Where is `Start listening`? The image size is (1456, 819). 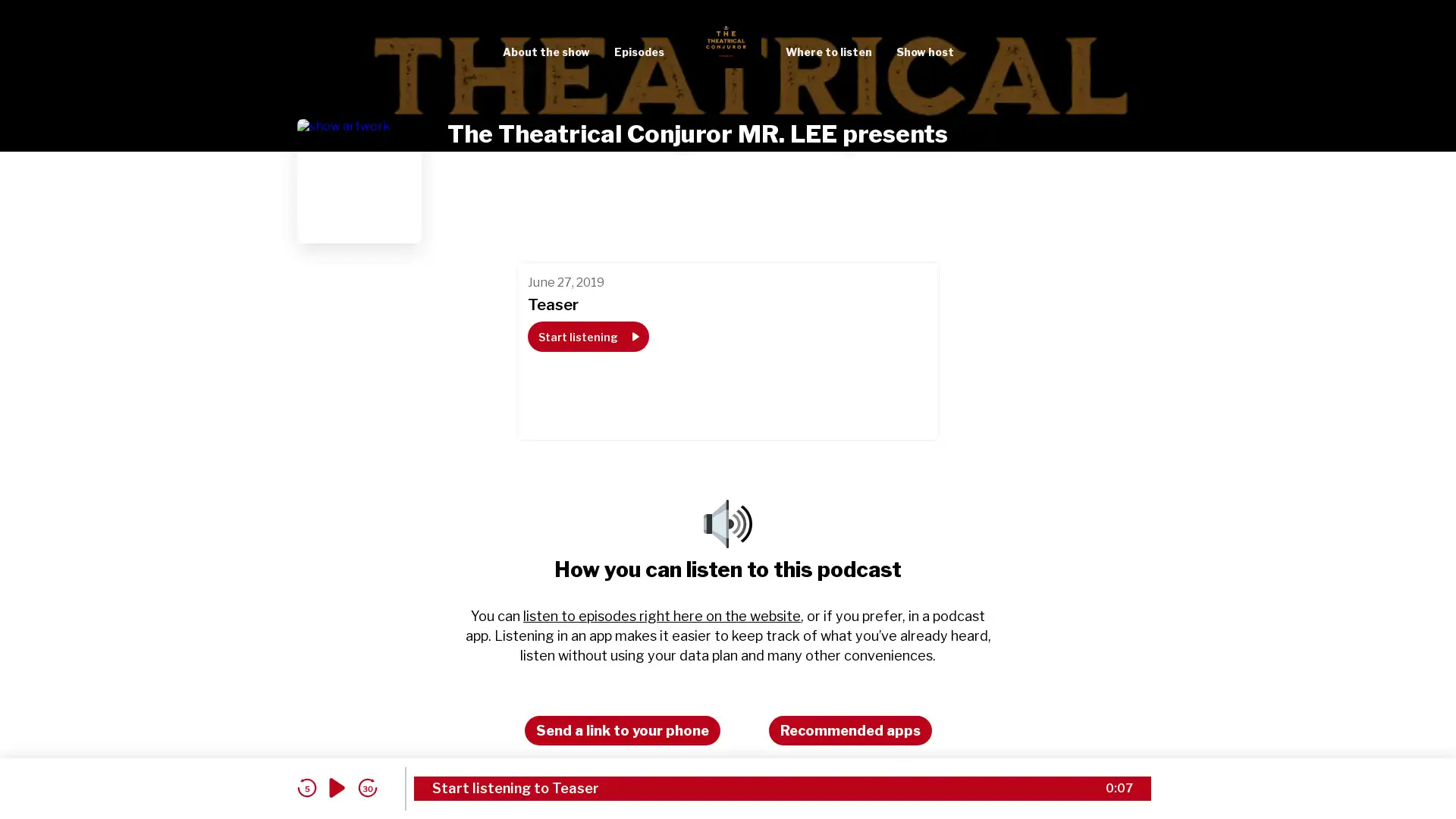 Start listening is located at coordinates (586, 335).